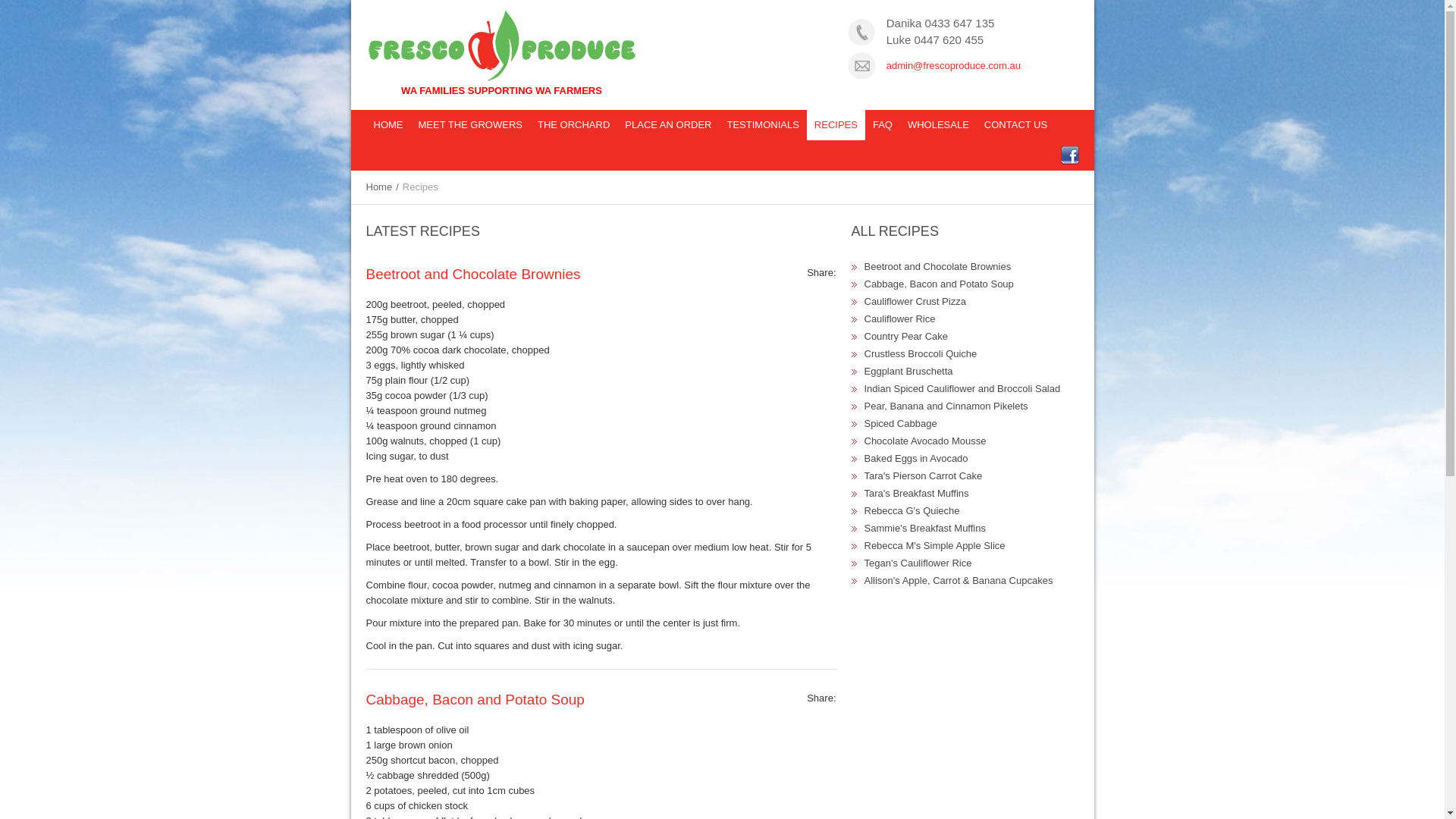 Image resolution: width=1456 pixels, height=819 pixels. Describe the element at coordinates (914, 301) in the screenshot. I see `'Cauliflower Crust Pizza'` at that location.